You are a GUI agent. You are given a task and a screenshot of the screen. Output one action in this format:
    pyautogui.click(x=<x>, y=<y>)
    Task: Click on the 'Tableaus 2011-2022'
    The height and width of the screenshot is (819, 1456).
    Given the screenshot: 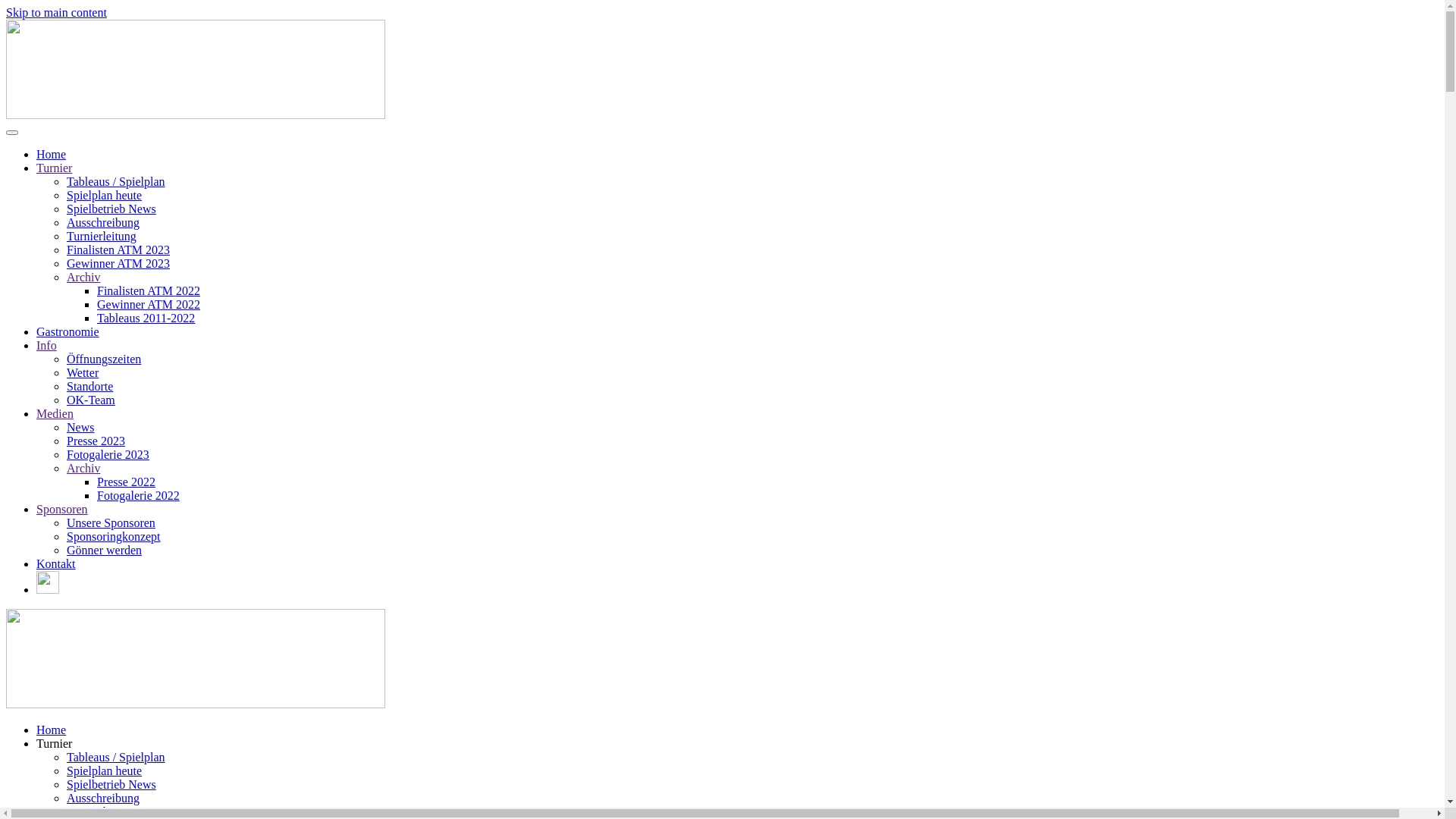 What is the action you would take?
    pyautogui.click(x=96, y=317)
    